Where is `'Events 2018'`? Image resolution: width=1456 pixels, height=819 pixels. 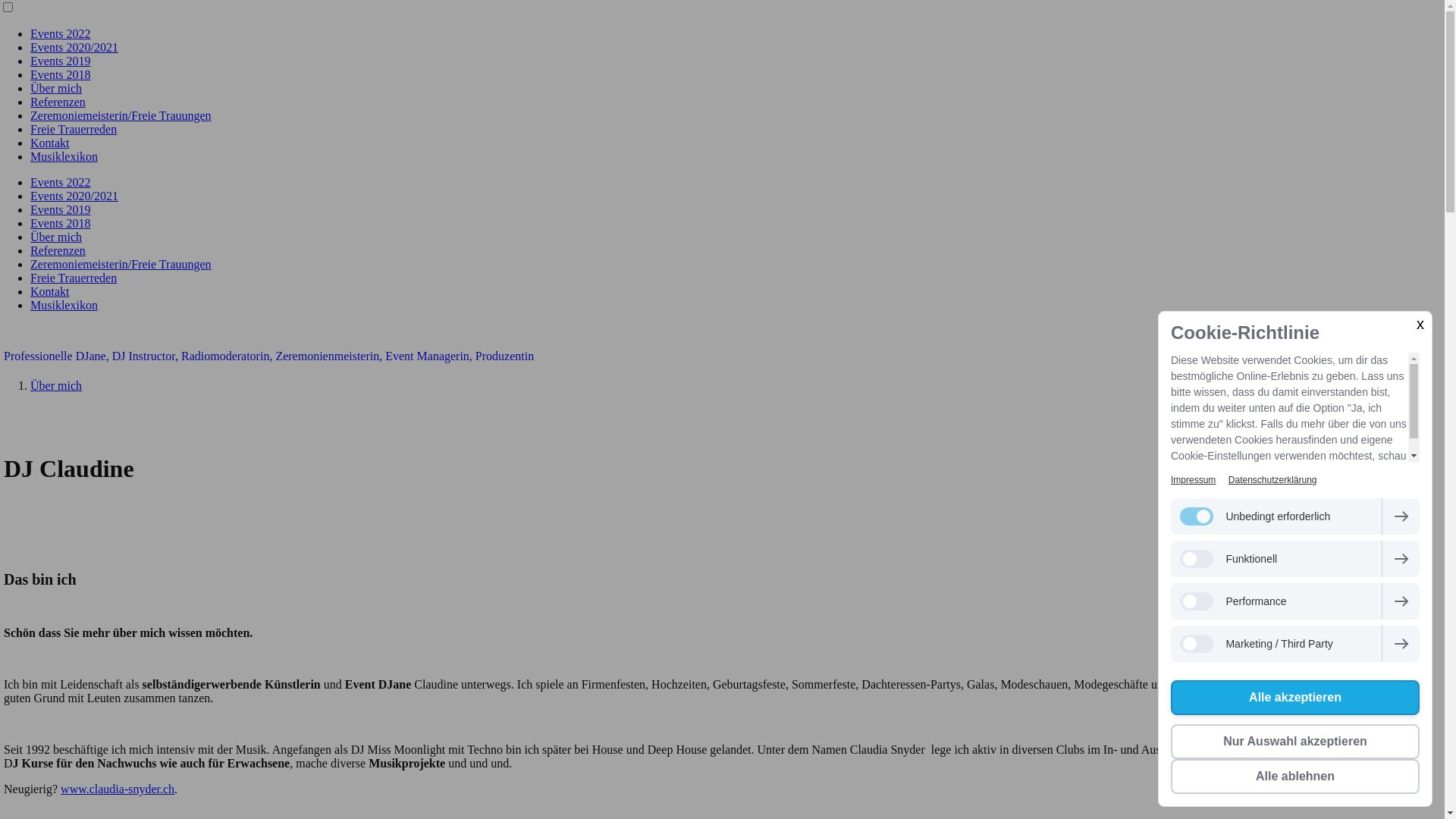
'Events 2018' is located at coordinates (61, 74).